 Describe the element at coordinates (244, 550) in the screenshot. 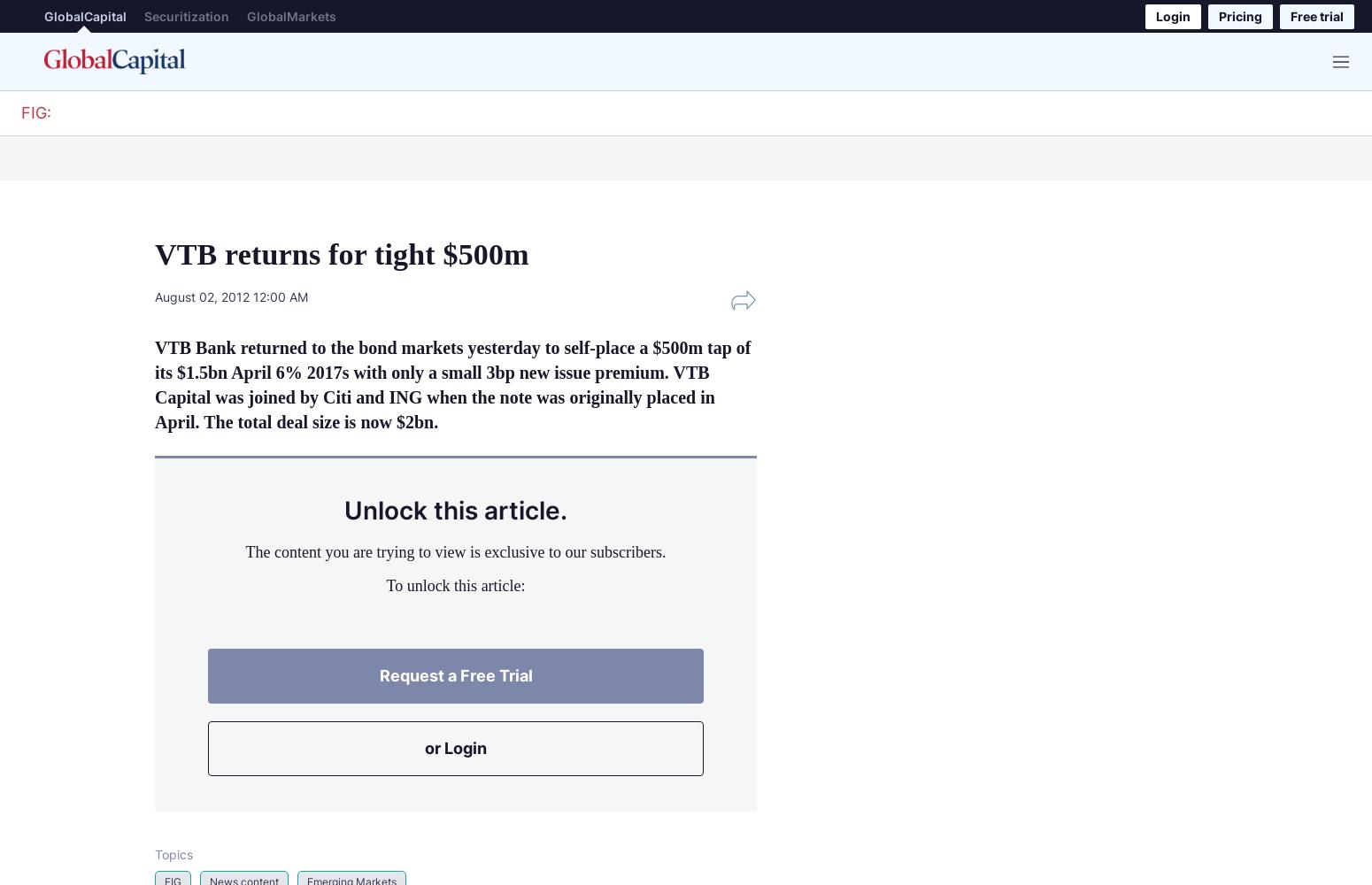

I see `'The content you are trying to view is exclusive to our subscribers.'` at that location.